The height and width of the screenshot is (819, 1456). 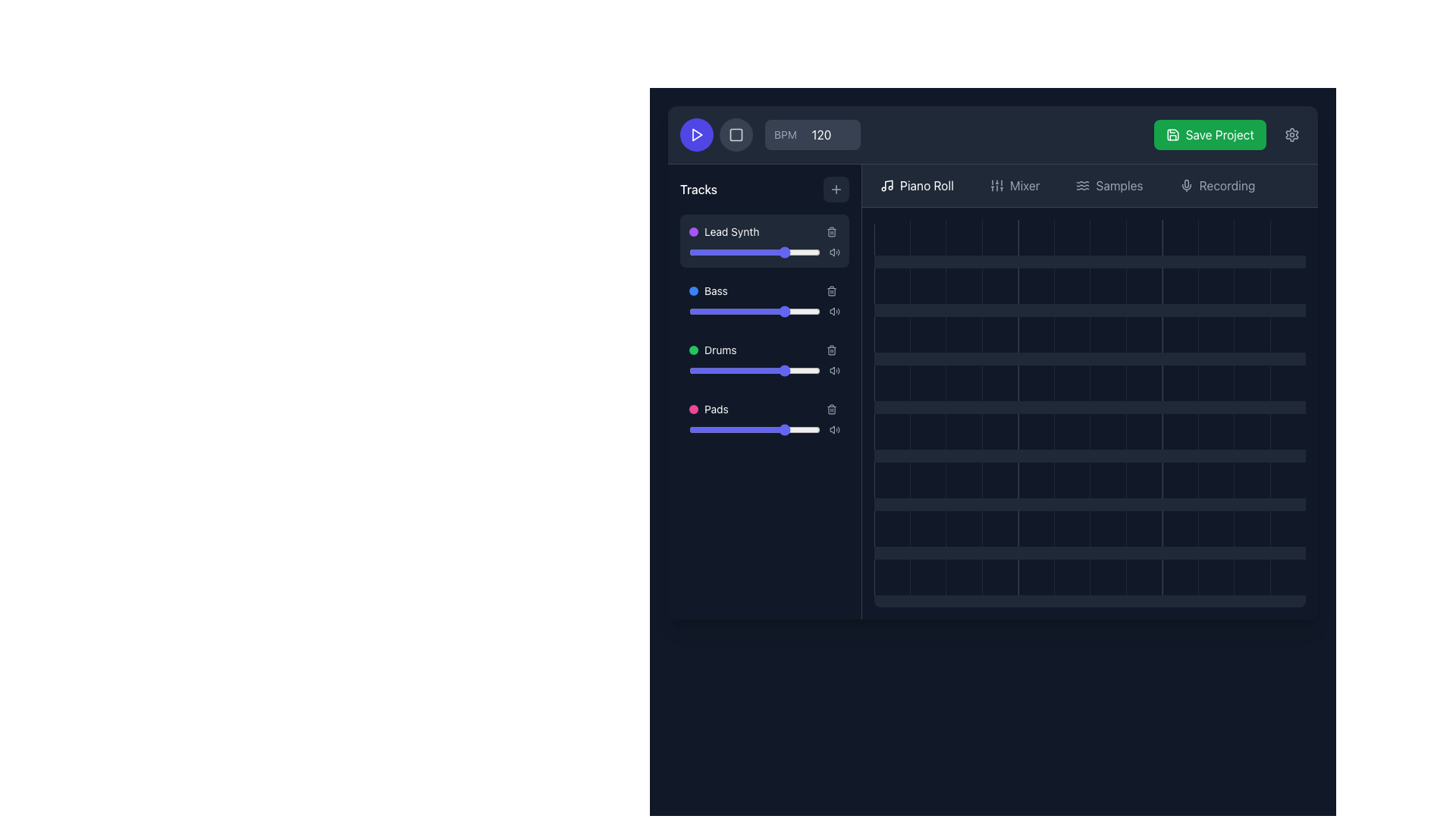 What do you see at coordinates (963, 577) in the screenshot?
I see `the square grid cell located in the last row and third column of the grid, which is dark gray and has no visible content` at bounding box center [963, 577].